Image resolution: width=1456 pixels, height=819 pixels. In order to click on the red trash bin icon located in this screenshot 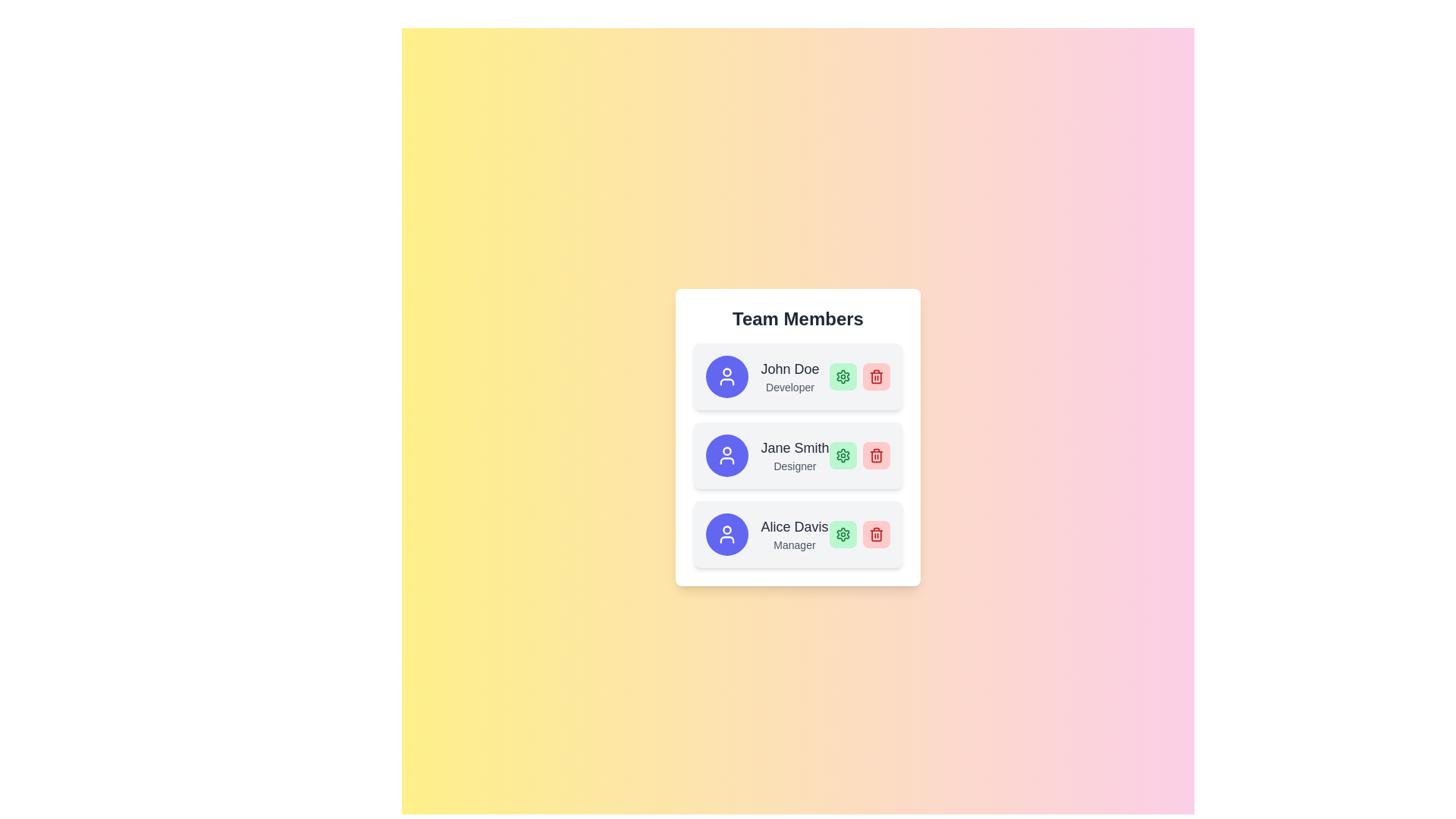, I will do `click(876, 534)`.